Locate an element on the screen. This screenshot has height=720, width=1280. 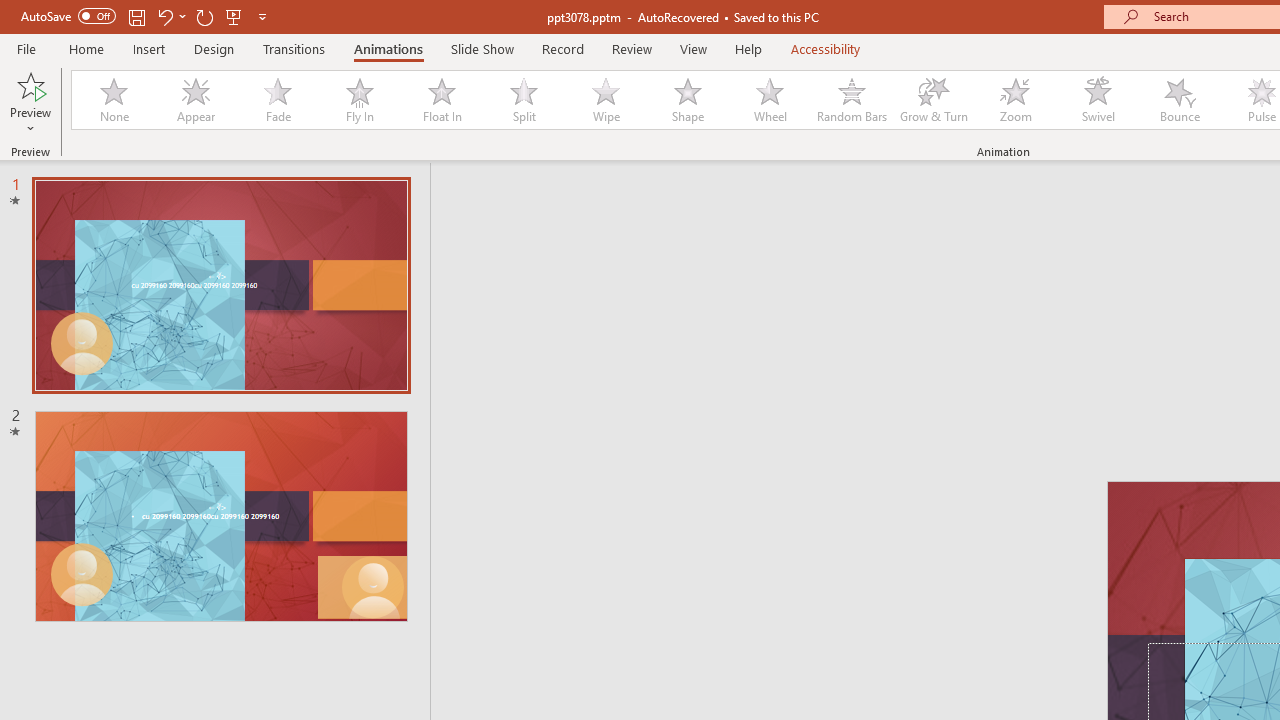
'Bounce' is located at coordinates (1180, 100).